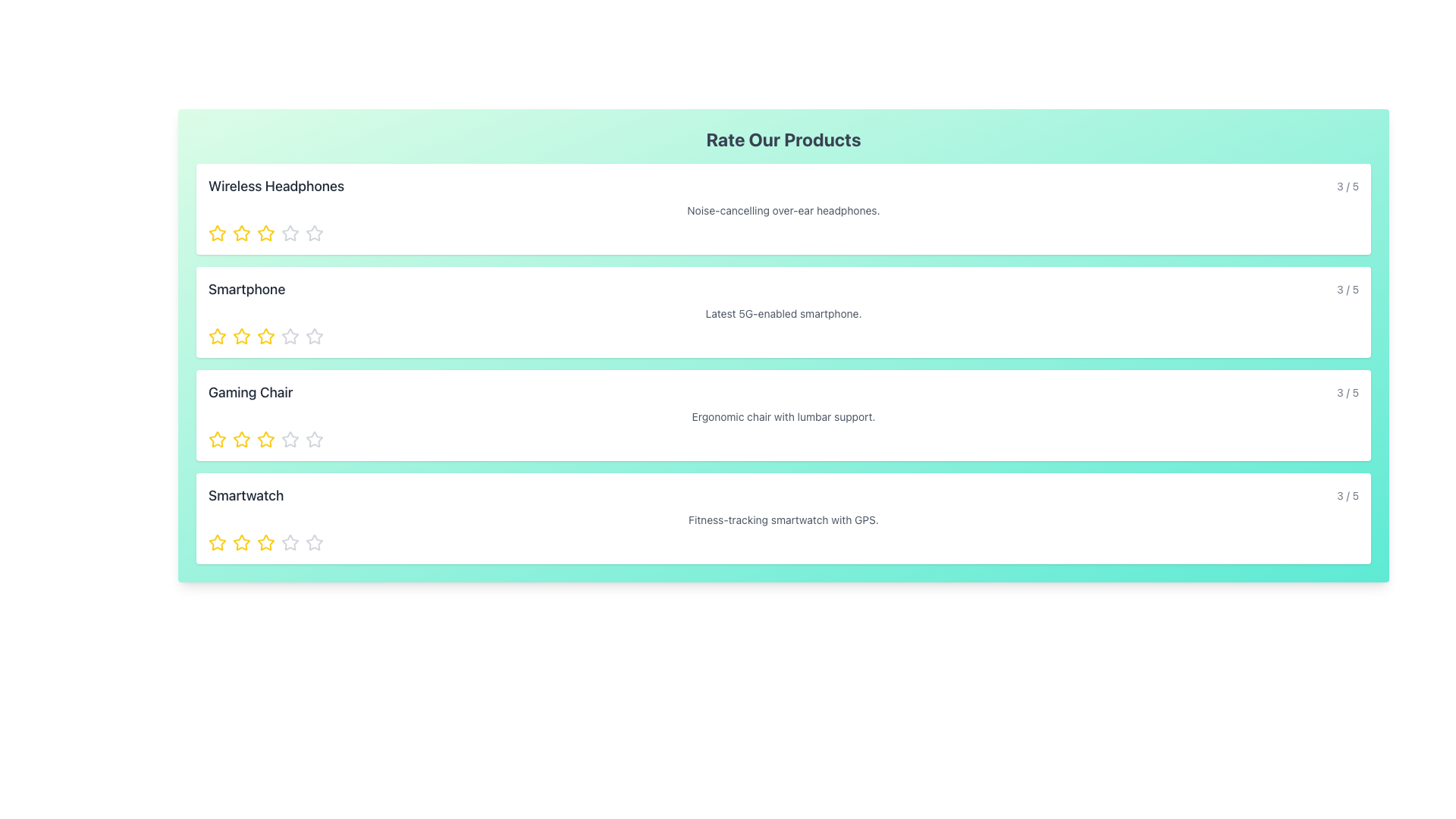  I want to click on the text label displaying 'Fitness-tracking smartwatch with GPS.' located under the 'Smartwatch' headline in the fourth row of the product list, so click(783, 519).